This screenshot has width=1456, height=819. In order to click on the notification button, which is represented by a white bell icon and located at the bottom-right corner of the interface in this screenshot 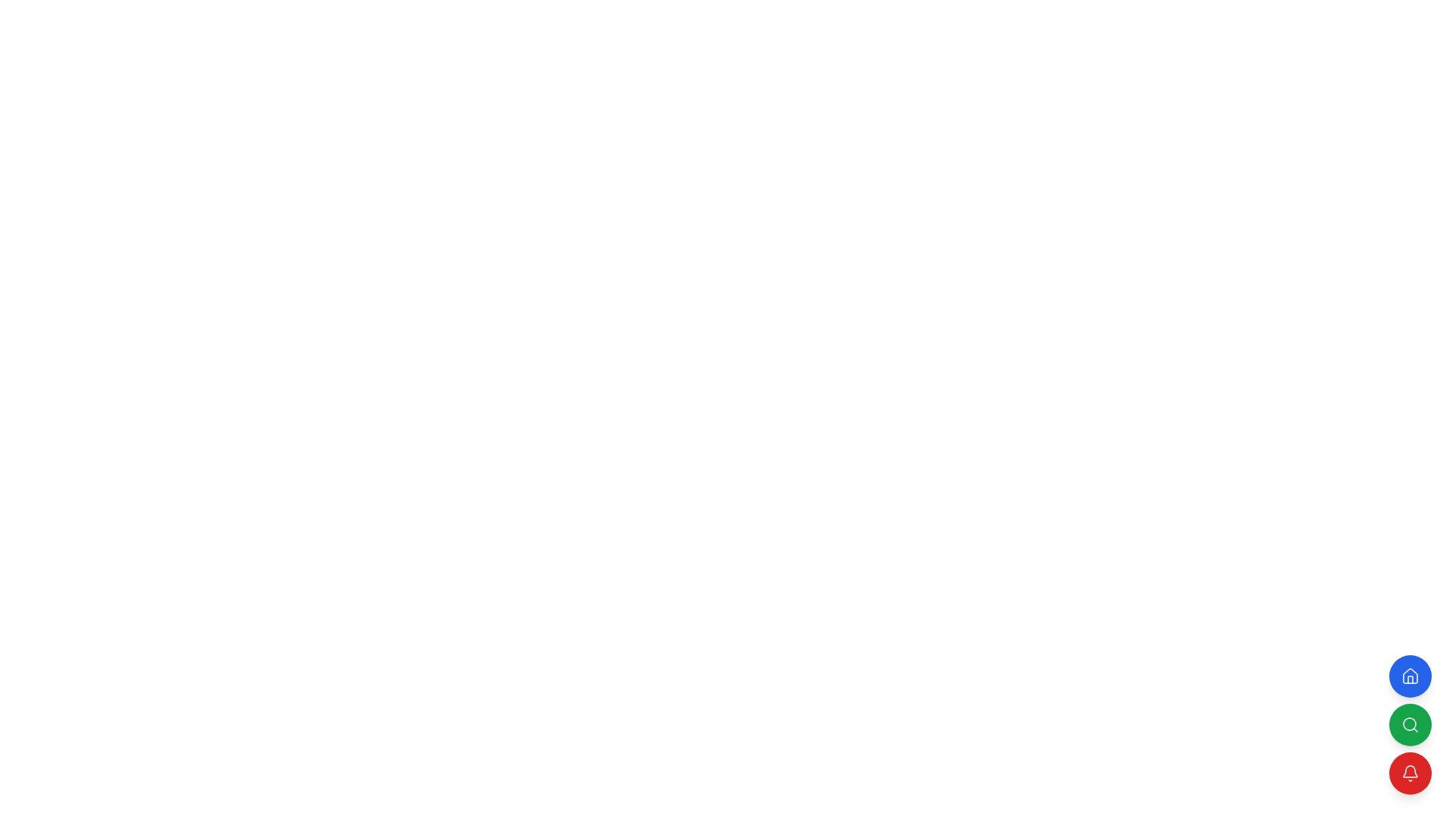, I will do `click(1410, 773)`.